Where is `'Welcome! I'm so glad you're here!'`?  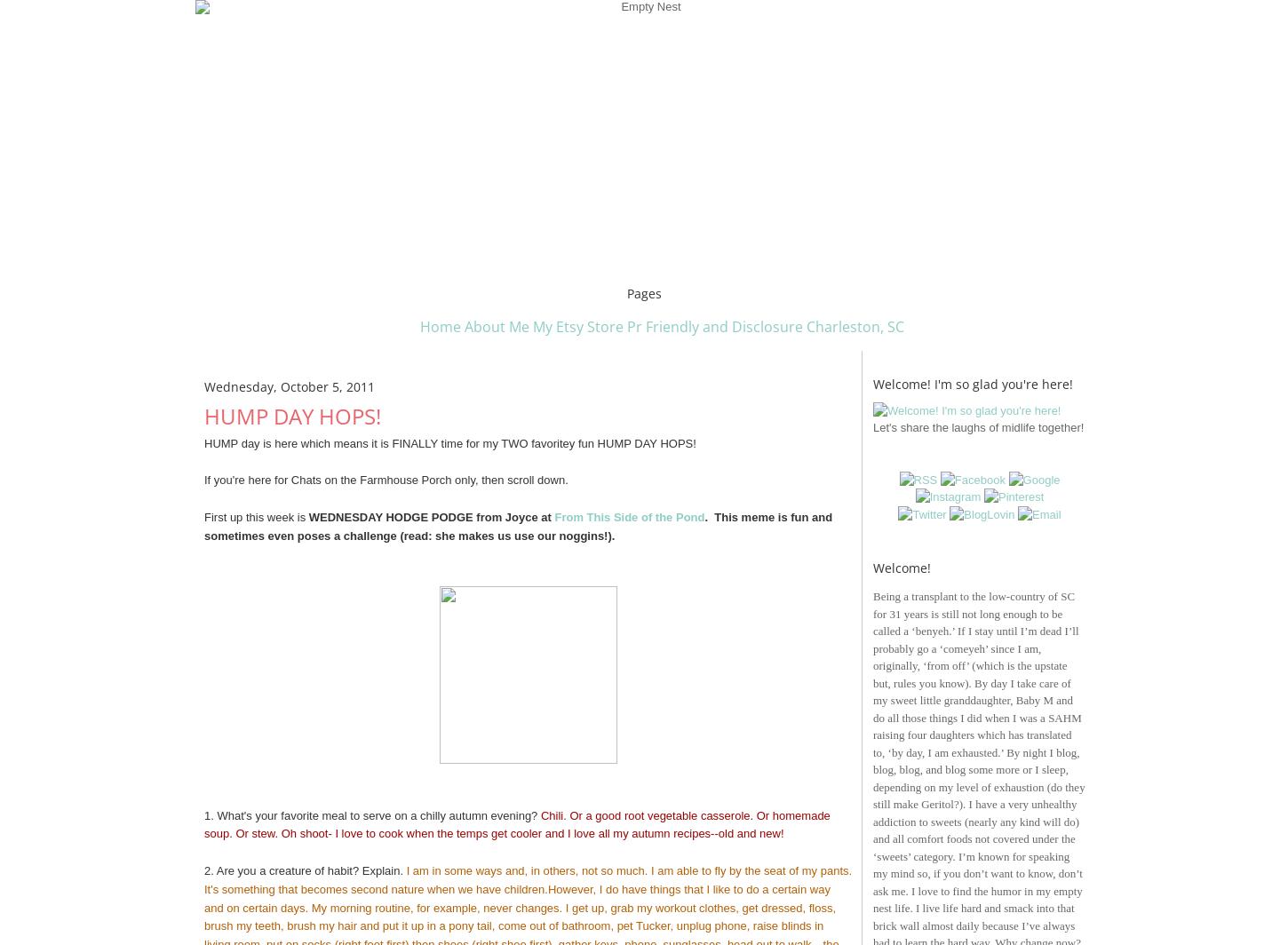 'Welcome! I'm so glad you're here!' is located at coordinates (972, 383).